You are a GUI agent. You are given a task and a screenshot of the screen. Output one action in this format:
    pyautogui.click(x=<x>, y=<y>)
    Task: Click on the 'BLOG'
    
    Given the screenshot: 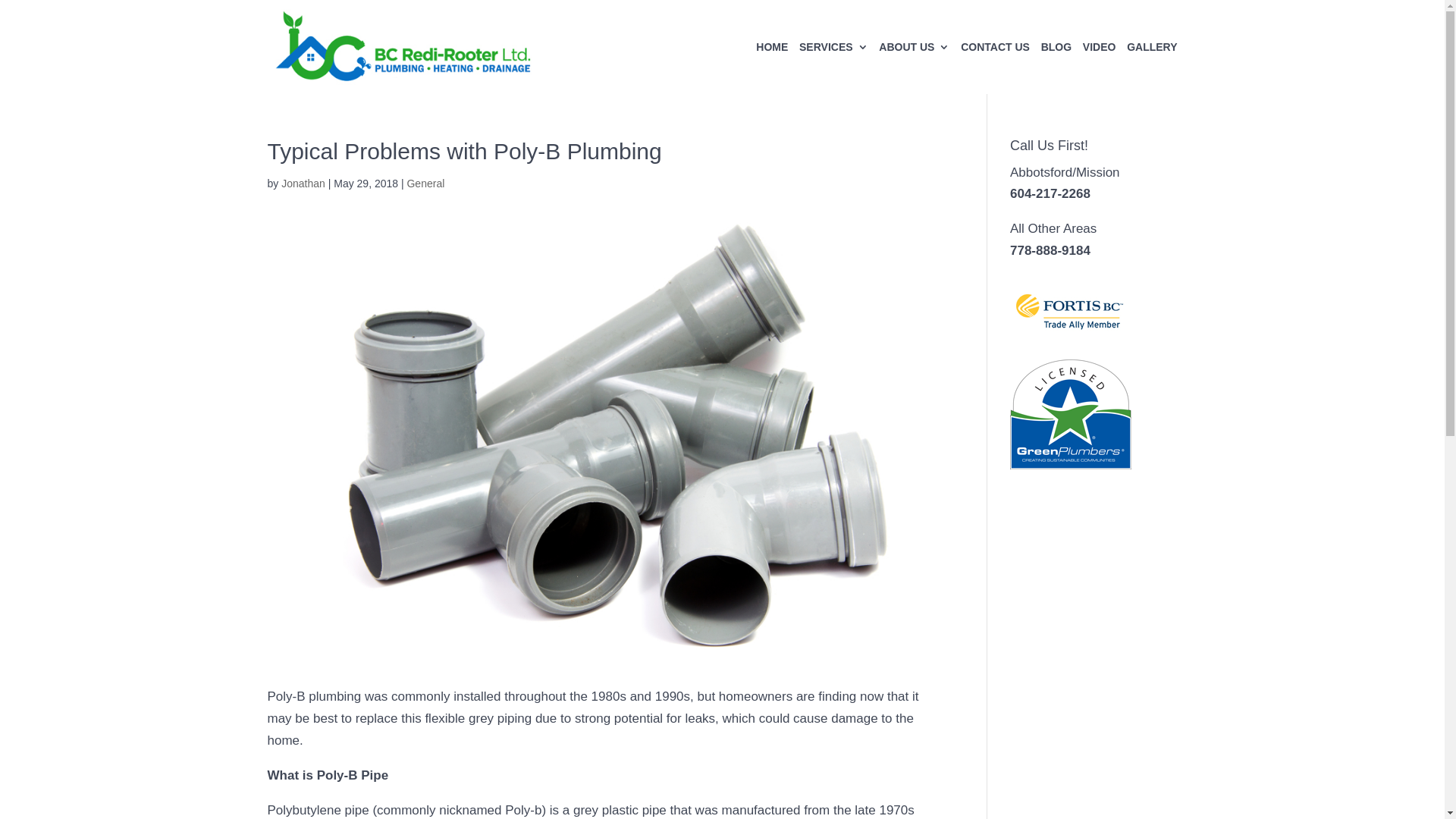 What is the action you would take?
    pyautogui.click(x=1040, y=67)
    